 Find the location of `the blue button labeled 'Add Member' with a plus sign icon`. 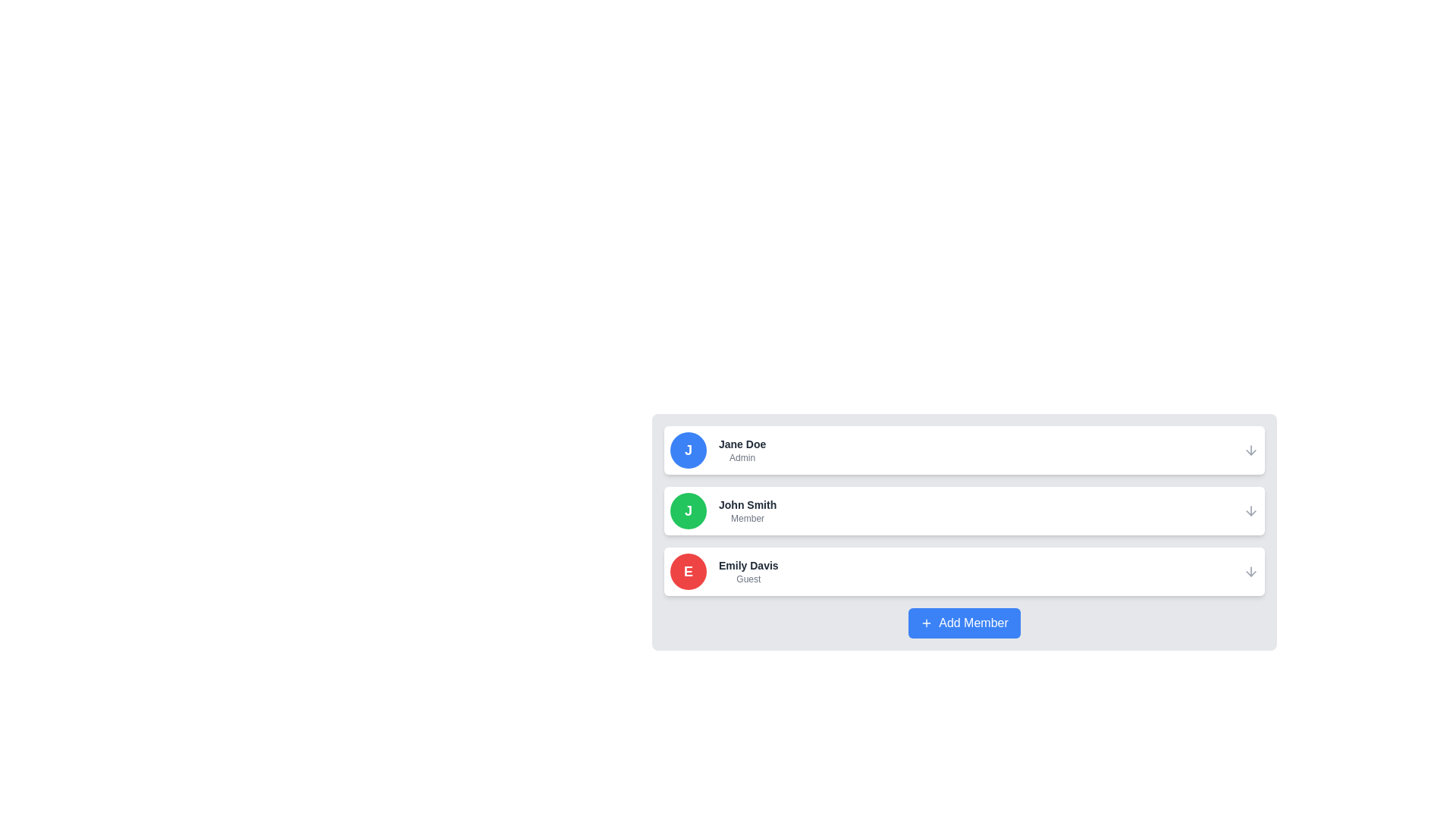

the blue button labeled 'Add Member' with a plus sign icon is located at coordinates (964, 623).